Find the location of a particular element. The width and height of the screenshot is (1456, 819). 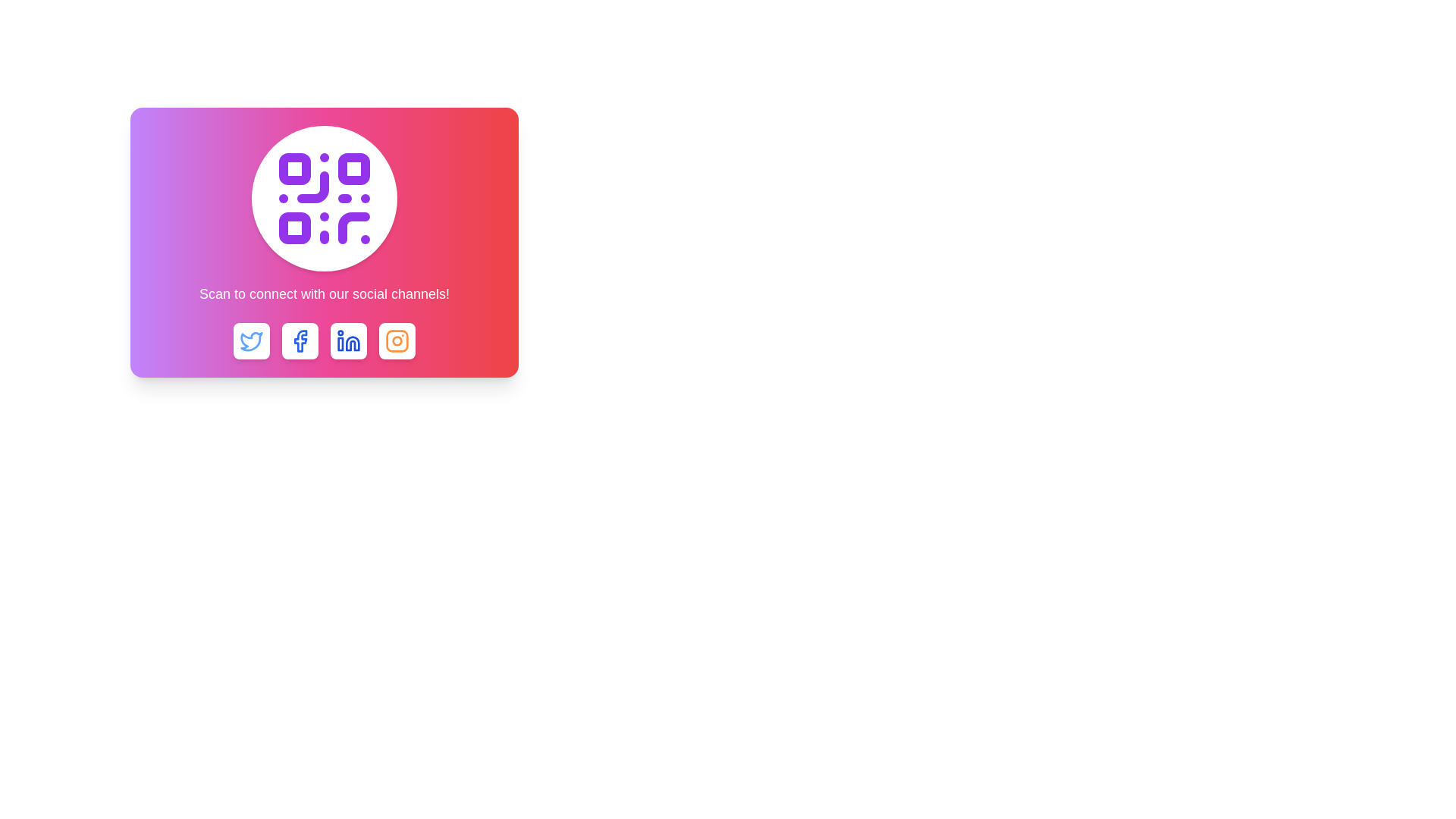

the stylized blue Twitter icon, which is the second icon from the left in the row of social media icons at the lower section of the rectangular card is located at coordinates (251, 341).